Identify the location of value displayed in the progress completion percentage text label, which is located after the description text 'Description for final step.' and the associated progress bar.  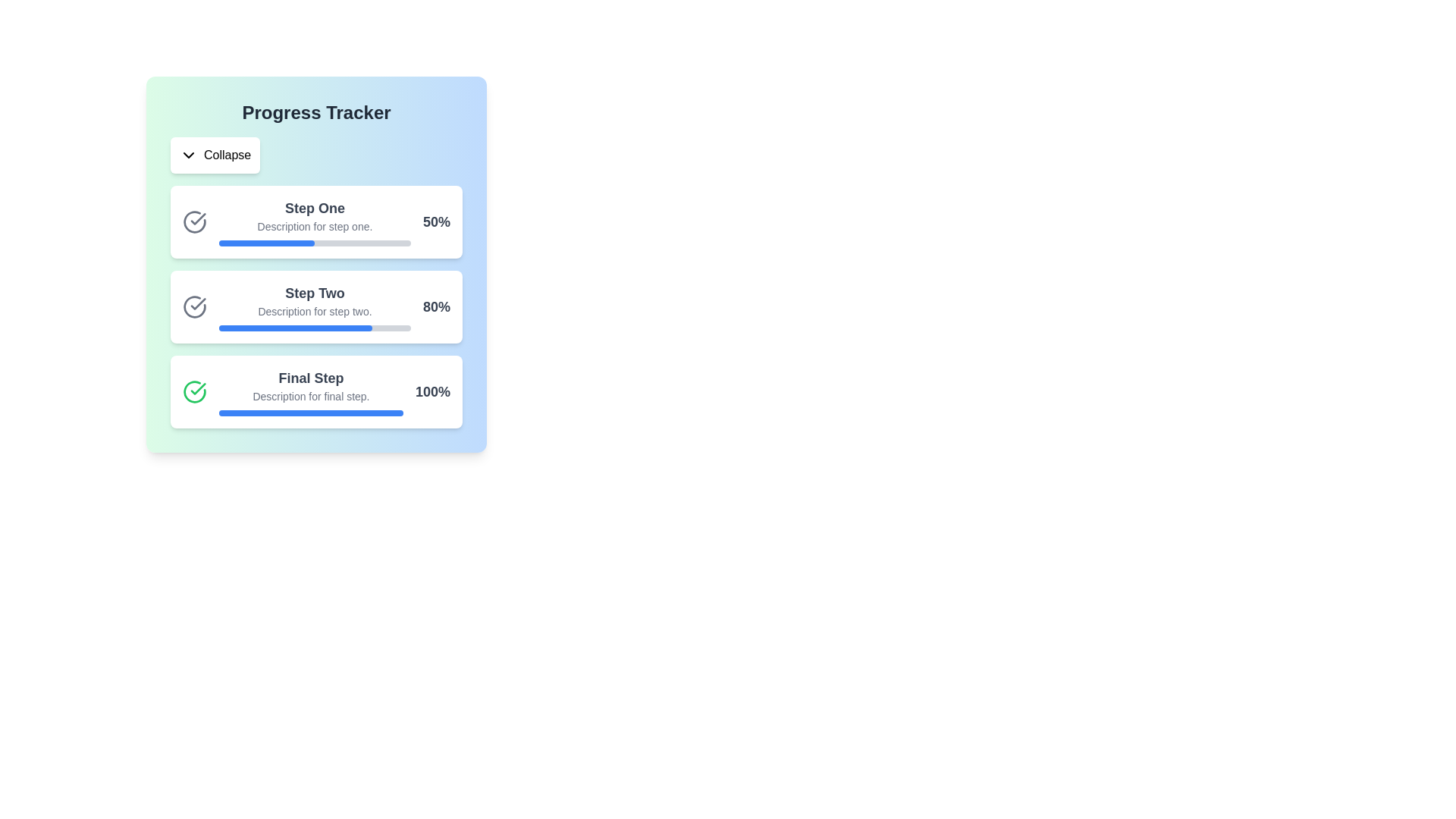
(432, 391).